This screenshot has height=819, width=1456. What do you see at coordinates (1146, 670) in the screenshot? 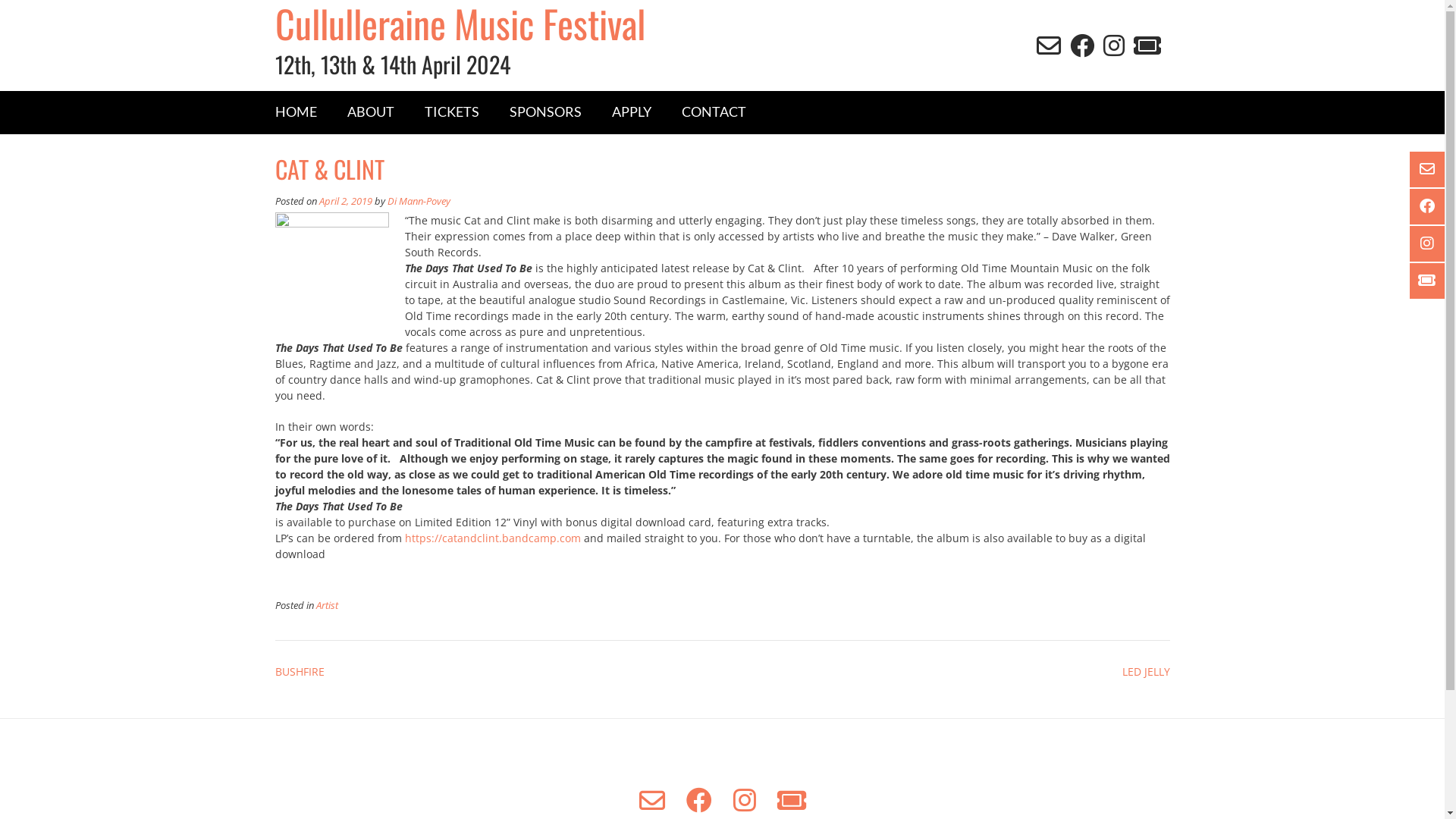
I see `'LED JELLY'` at bounding box center [1146, 670].